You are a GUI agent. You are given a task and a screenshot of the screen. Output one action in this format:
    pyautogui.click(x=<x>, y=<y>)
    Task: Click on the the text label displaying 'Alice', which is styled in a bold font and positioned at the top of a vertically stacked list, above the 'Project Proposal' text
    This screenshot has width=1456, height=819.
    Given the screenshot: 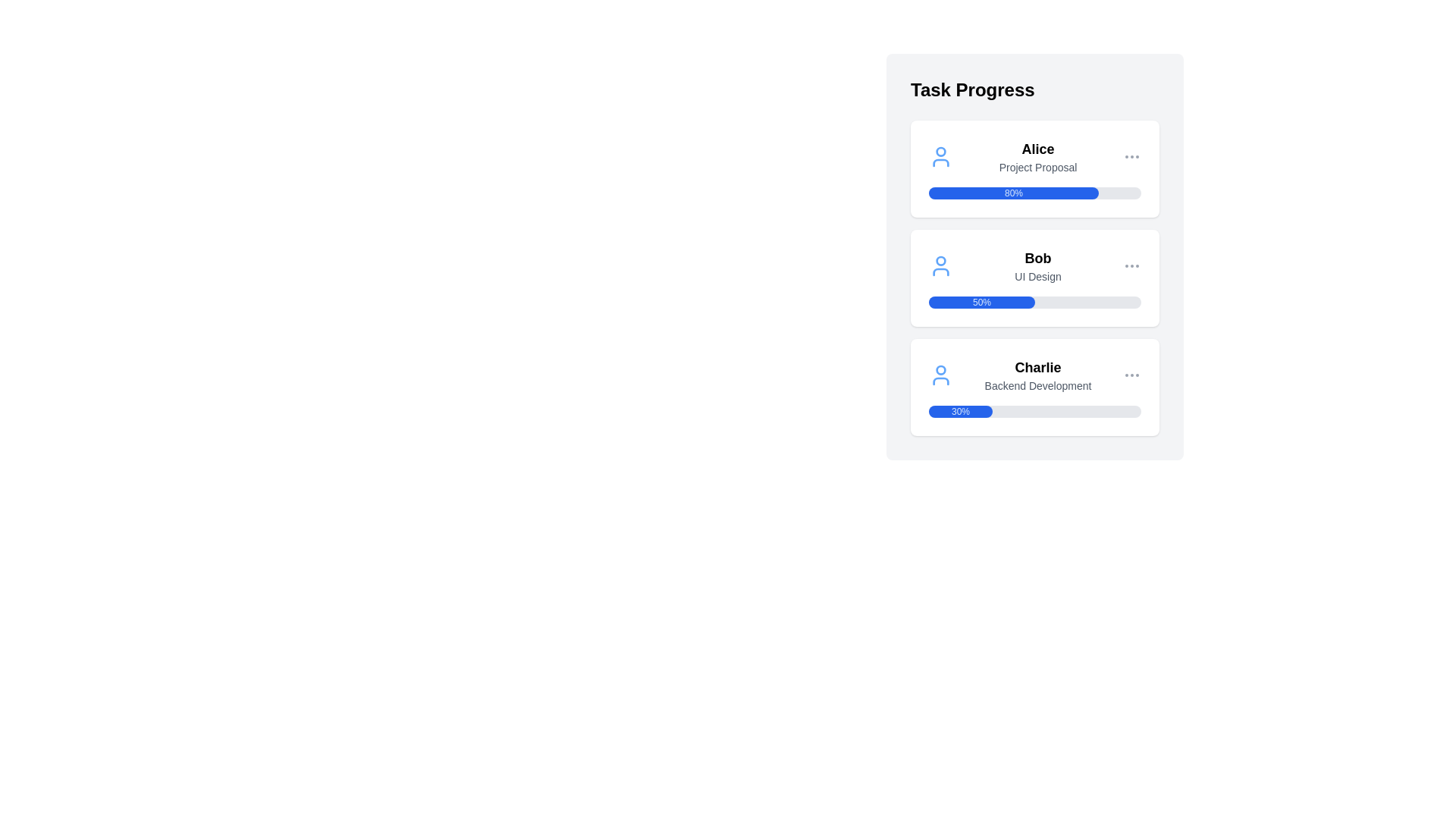 What is the action you would take?
    pyautogui.click(x=1037, y=149)
    